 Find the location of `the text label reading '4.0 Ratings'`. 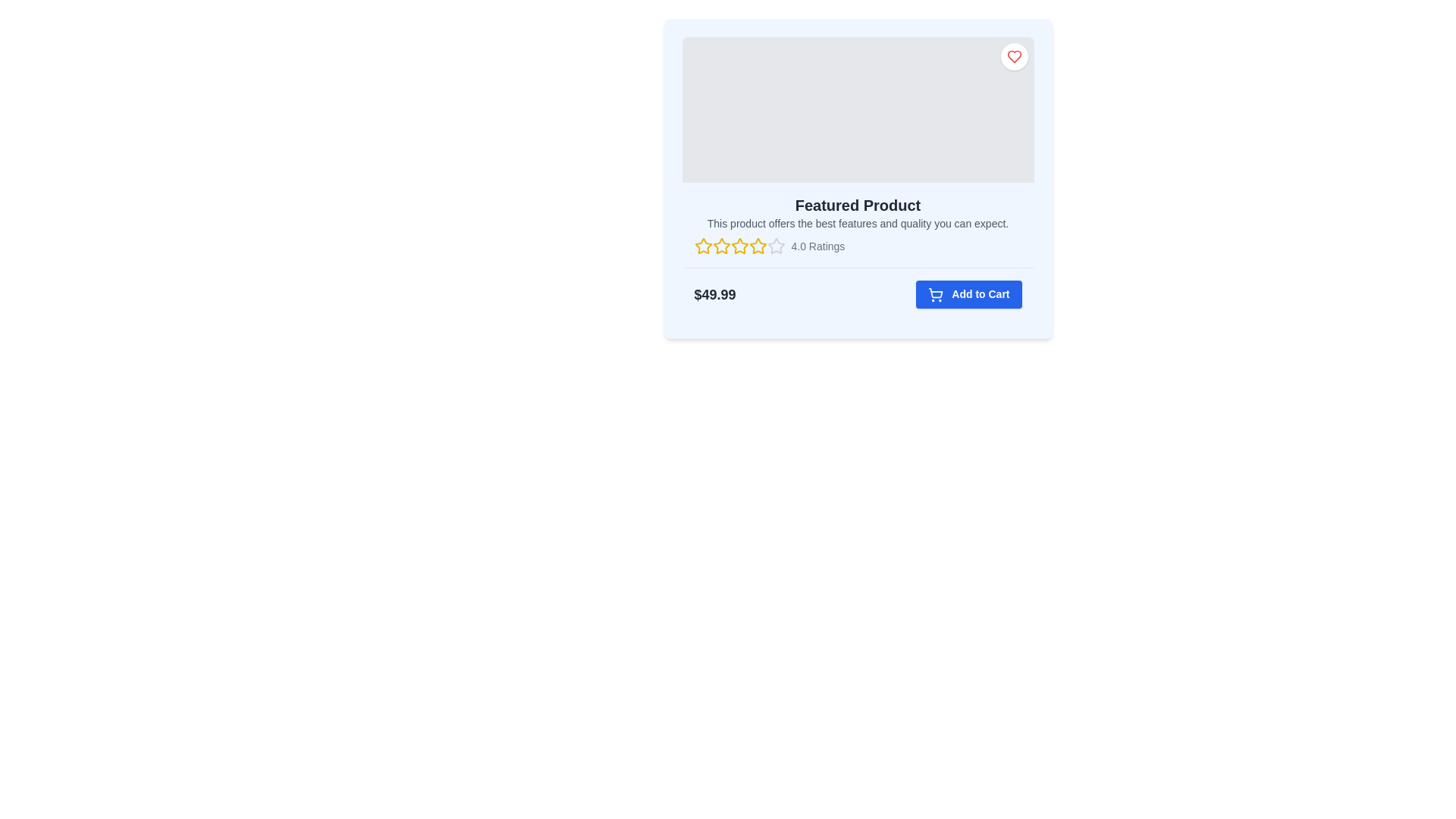

the text label reading '4.0 Ratings' is located at coordinates (817, 245).